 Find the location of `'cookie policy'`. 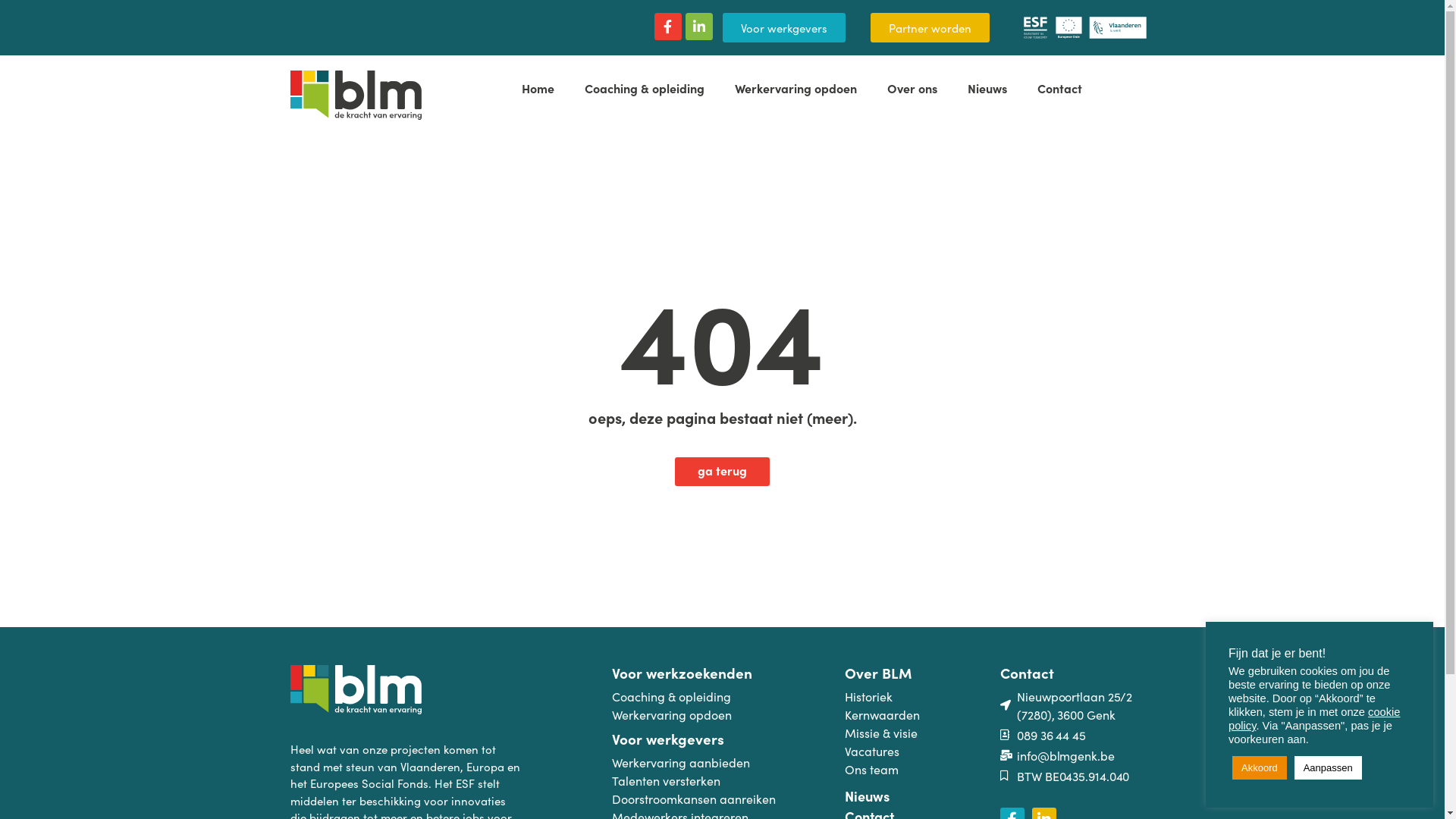

'cookie policy' is located at coordinates (1313, 718).